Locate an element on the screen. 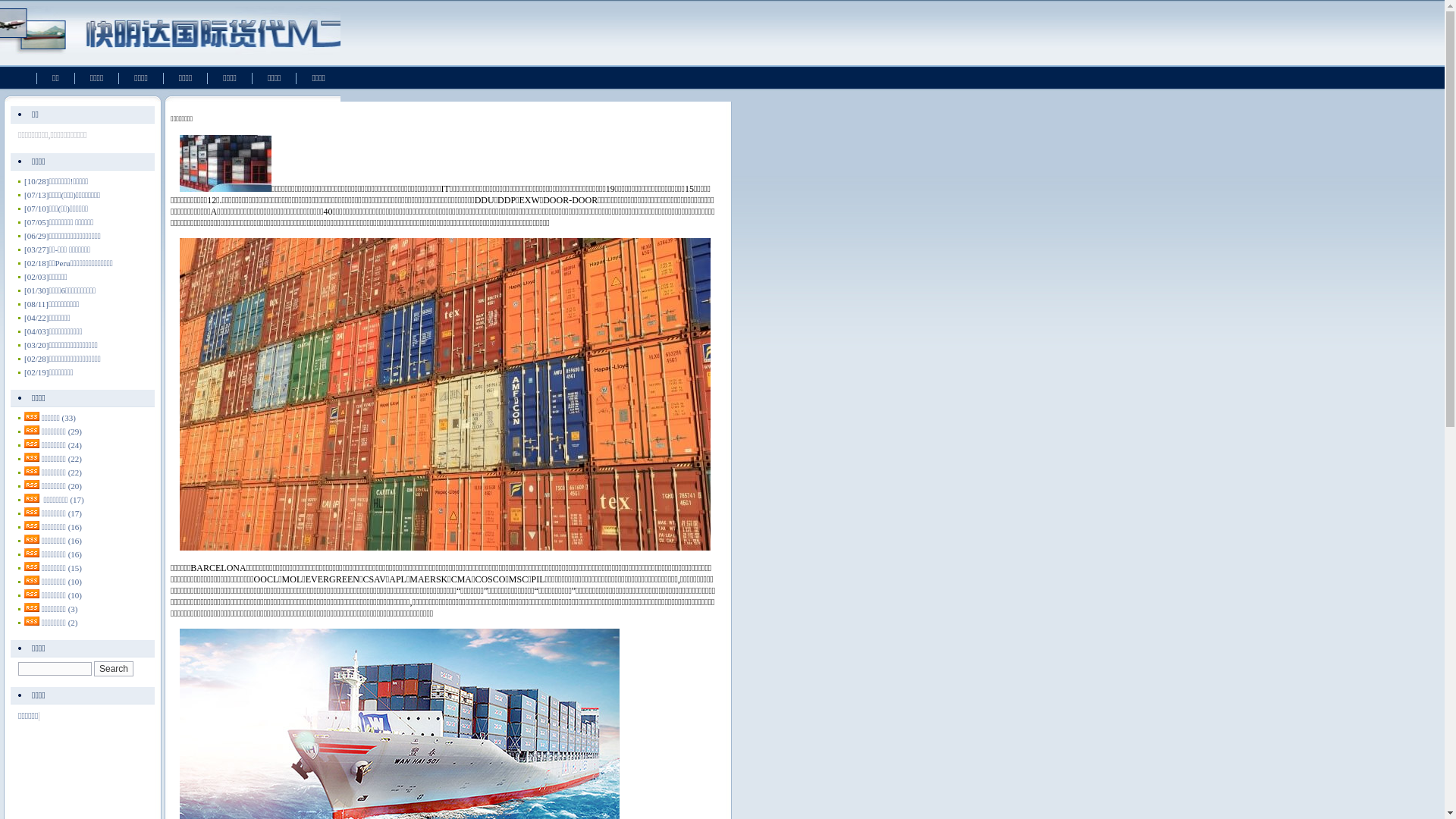 Image resolution: width=1456 pixels, height=819 pixels. 'rss' is located at coordinates (32, 444).